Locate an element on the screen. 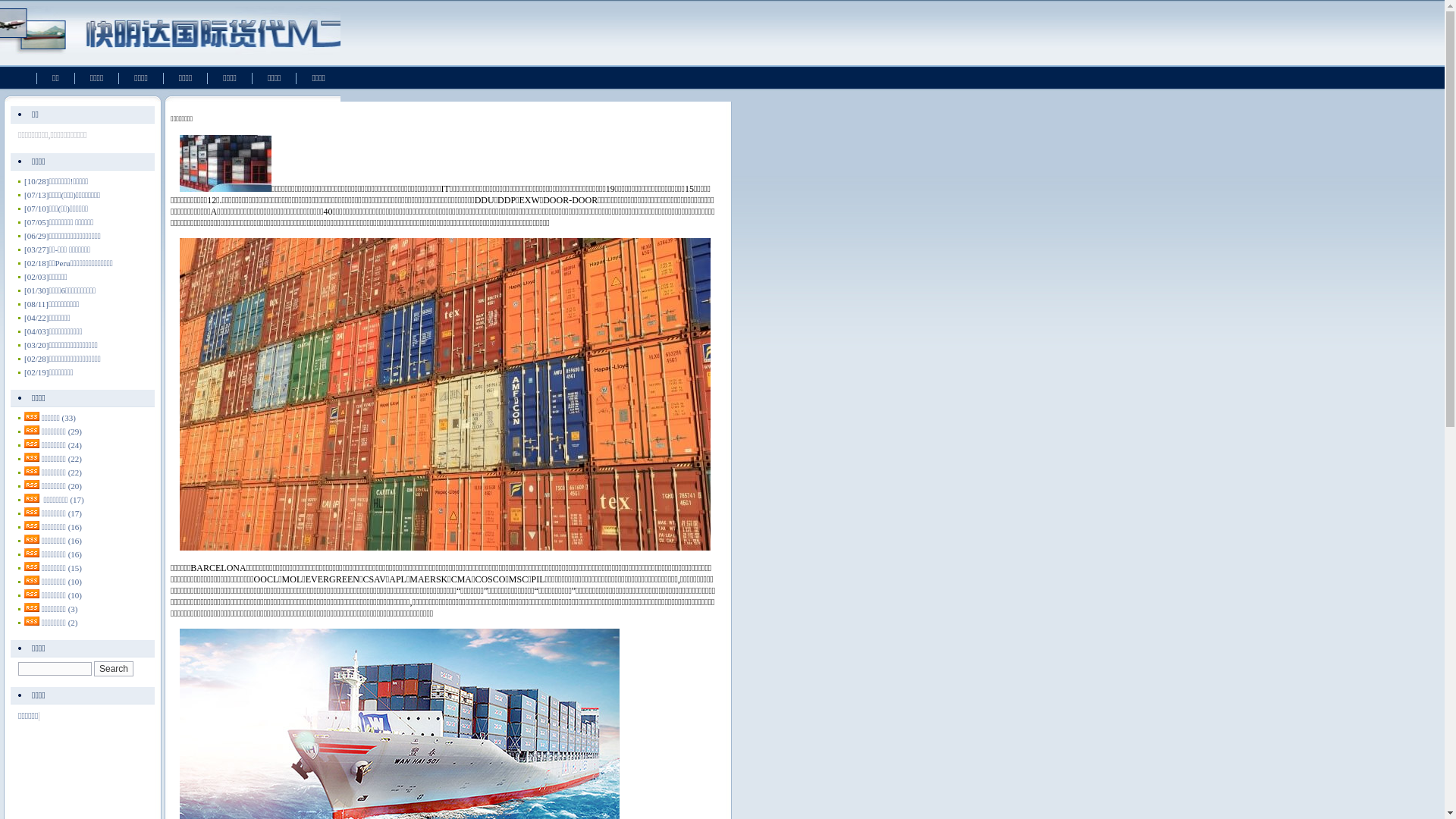 Image resolution: width=1456 pixels, height=819 pixels. 'rss' is located at coordinates (32, 444).